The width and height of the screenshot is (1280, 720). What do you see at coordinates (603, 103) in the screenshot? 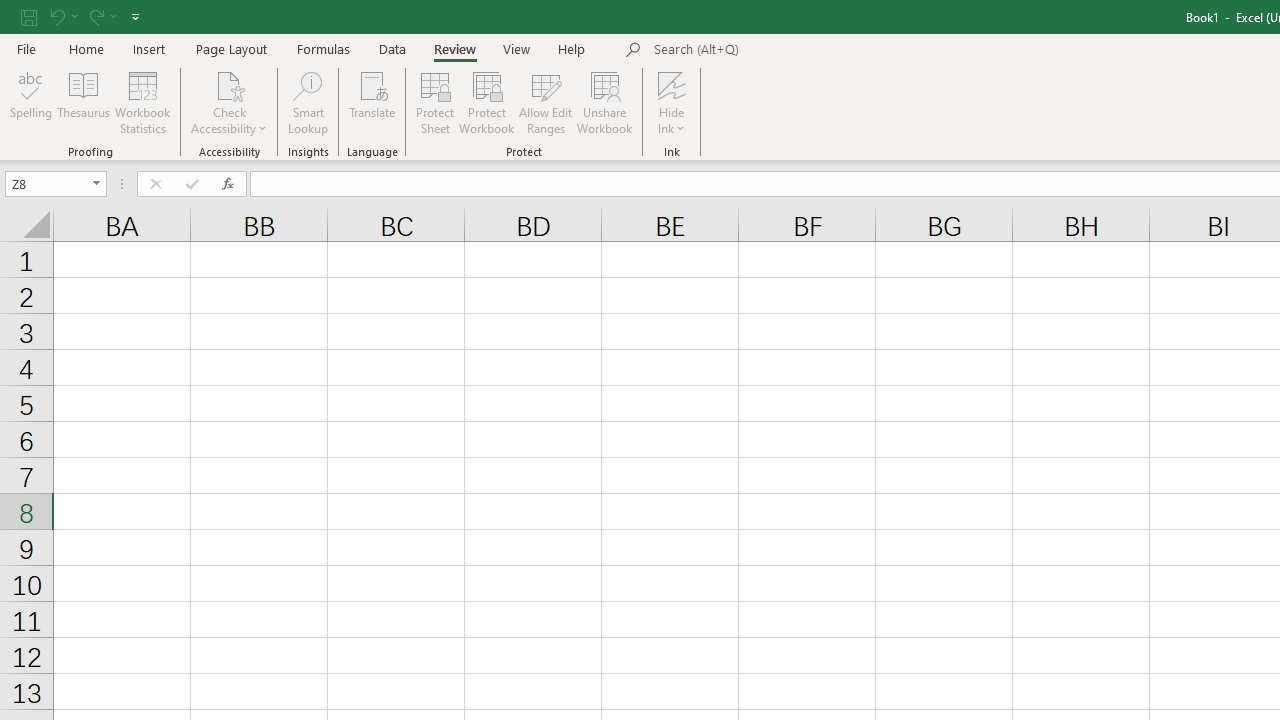
I see `'Unshare Workbook'` at bounding box center [603, 103].